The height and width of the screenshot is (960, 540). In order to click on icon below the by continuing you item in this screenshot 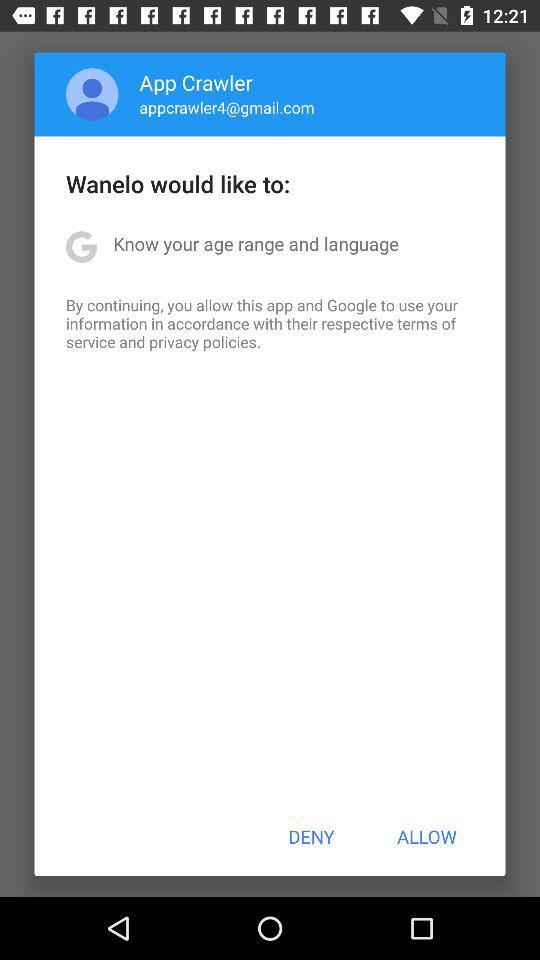, I will do `click(311, 836)`.